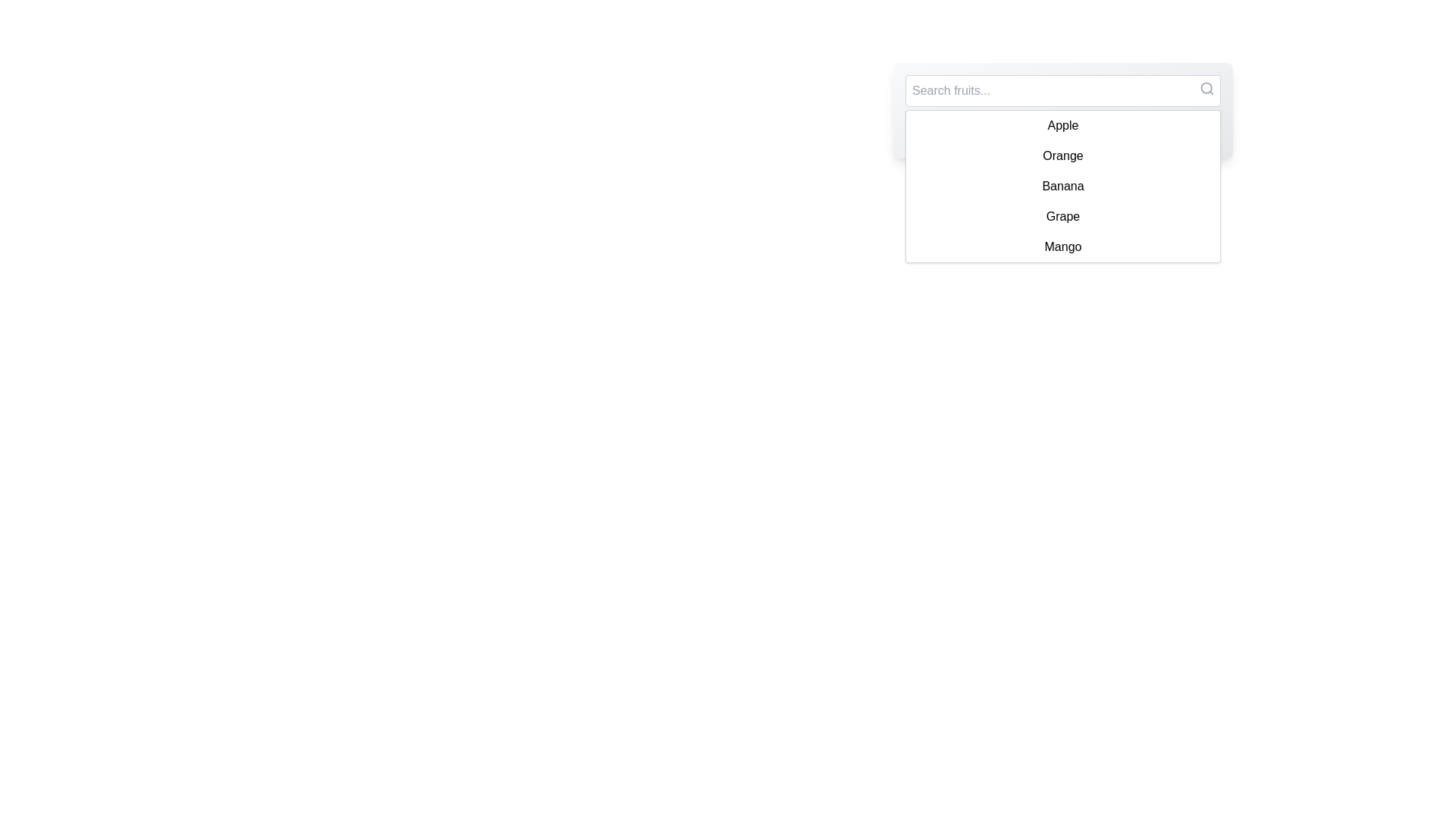  What do you see at coordinates (1062, 128) in the screenshot?
I see `static text element displaying 'Selected Items:' located at the top of the section preceding selectable items` at bounding box center [1062, 128].